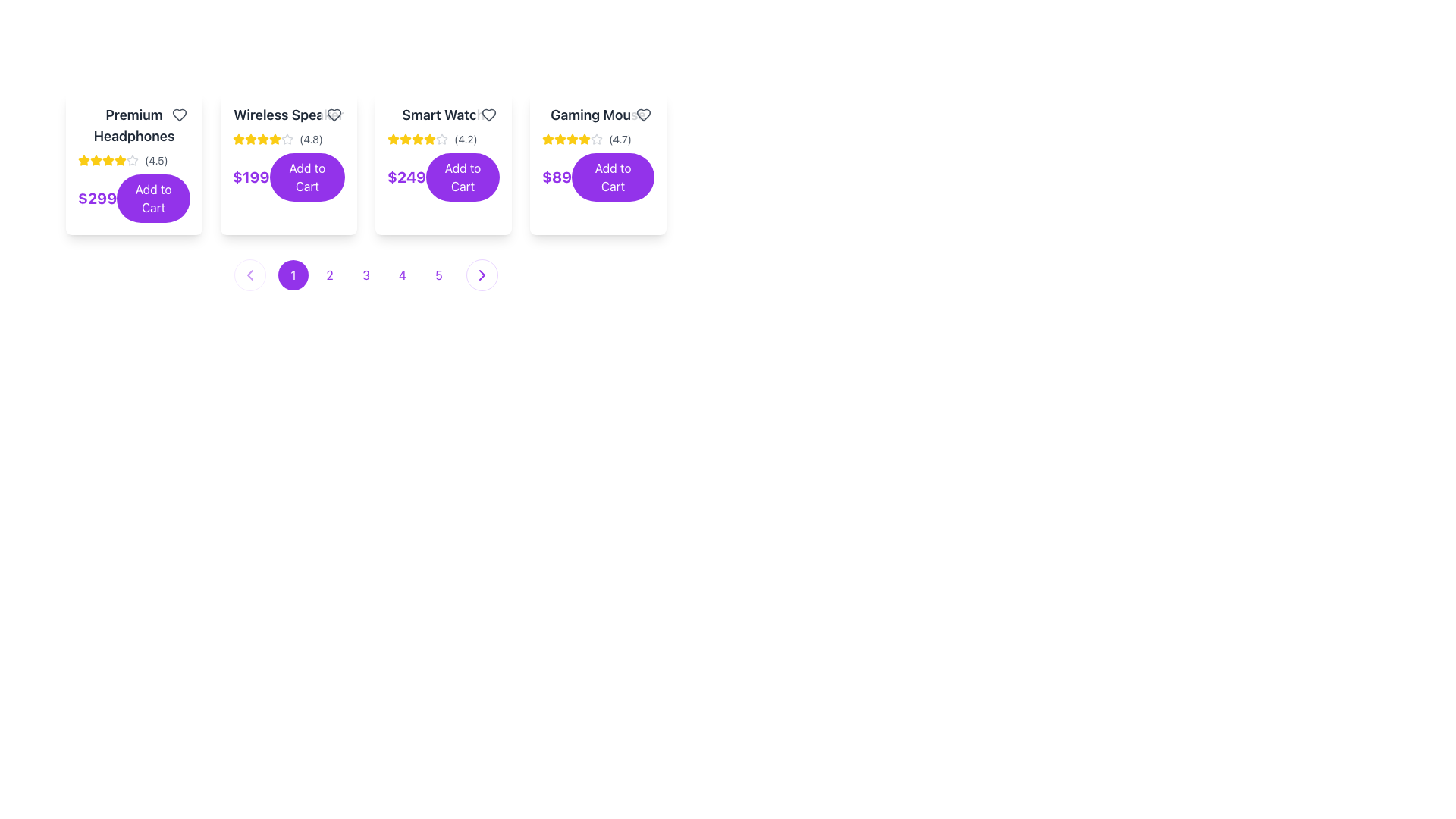 This screenshot has height=819, width=1456. Describe the element at coordinates (287, 140) in the screenshot. I see `the 5th star icon in the star rating system of the 'Wireless Speaker' product card, which is a gray hollow star icon positioned at the end of the row of five stars` at that location.